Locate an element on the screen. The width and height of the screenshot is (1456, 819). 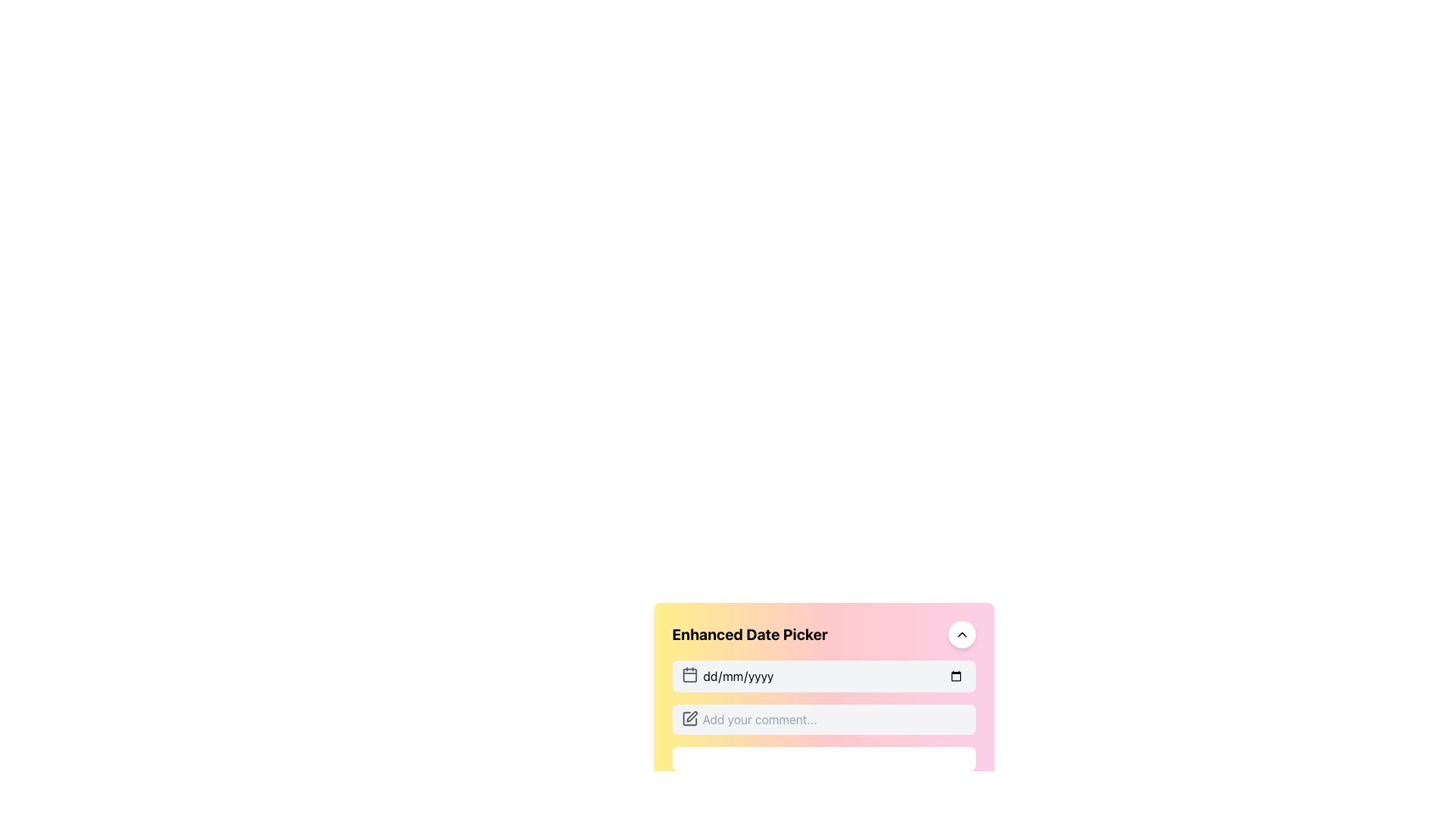
the body of the calendar icon, which is part of the graphical components indicating the associated date input field labeled 'dd/mm/yyyy' is located at coordinates (689, 674).